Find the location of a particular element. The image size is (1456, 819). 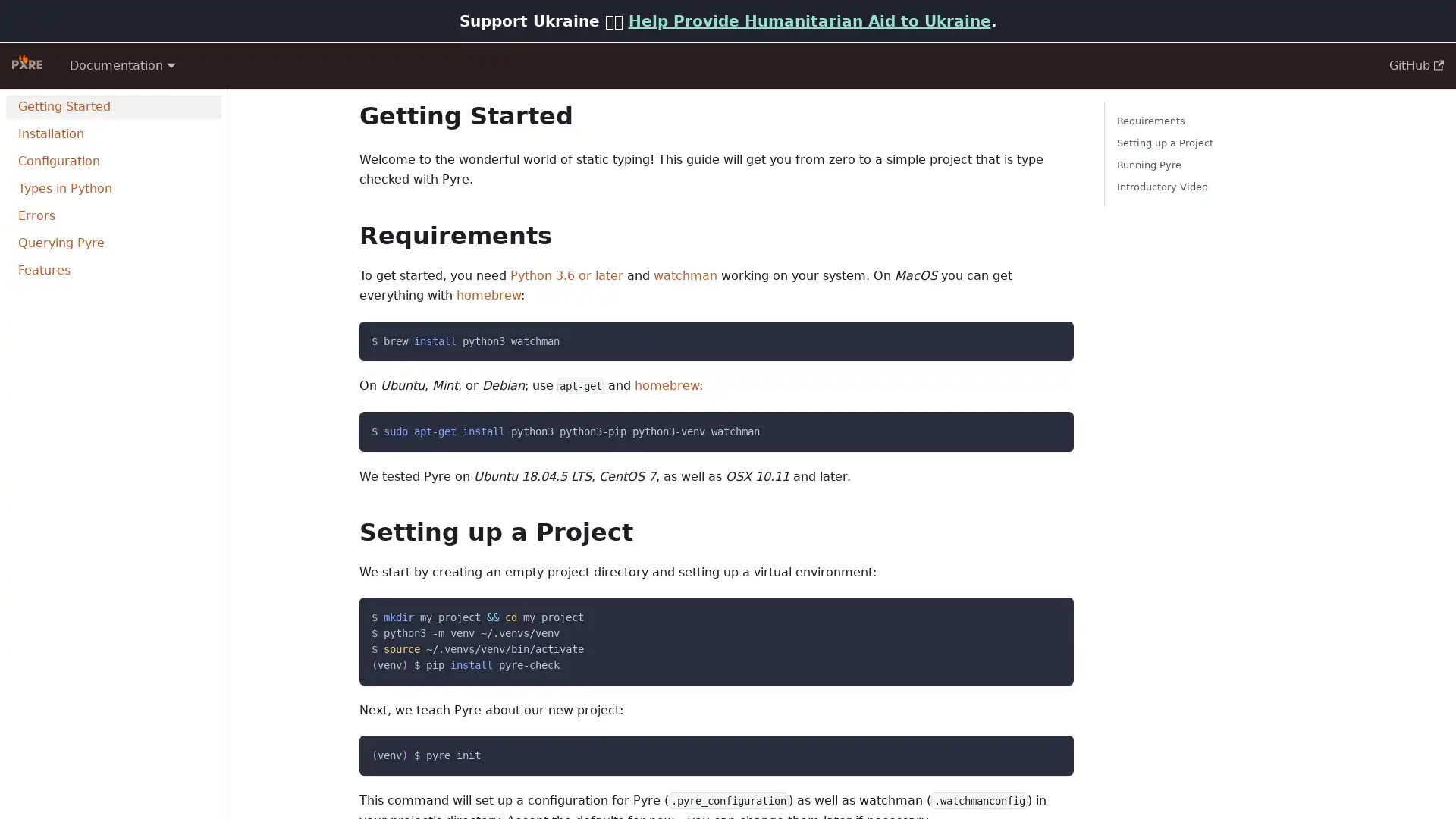

Copy code to clipboard is located at coordinates (1048, 427).